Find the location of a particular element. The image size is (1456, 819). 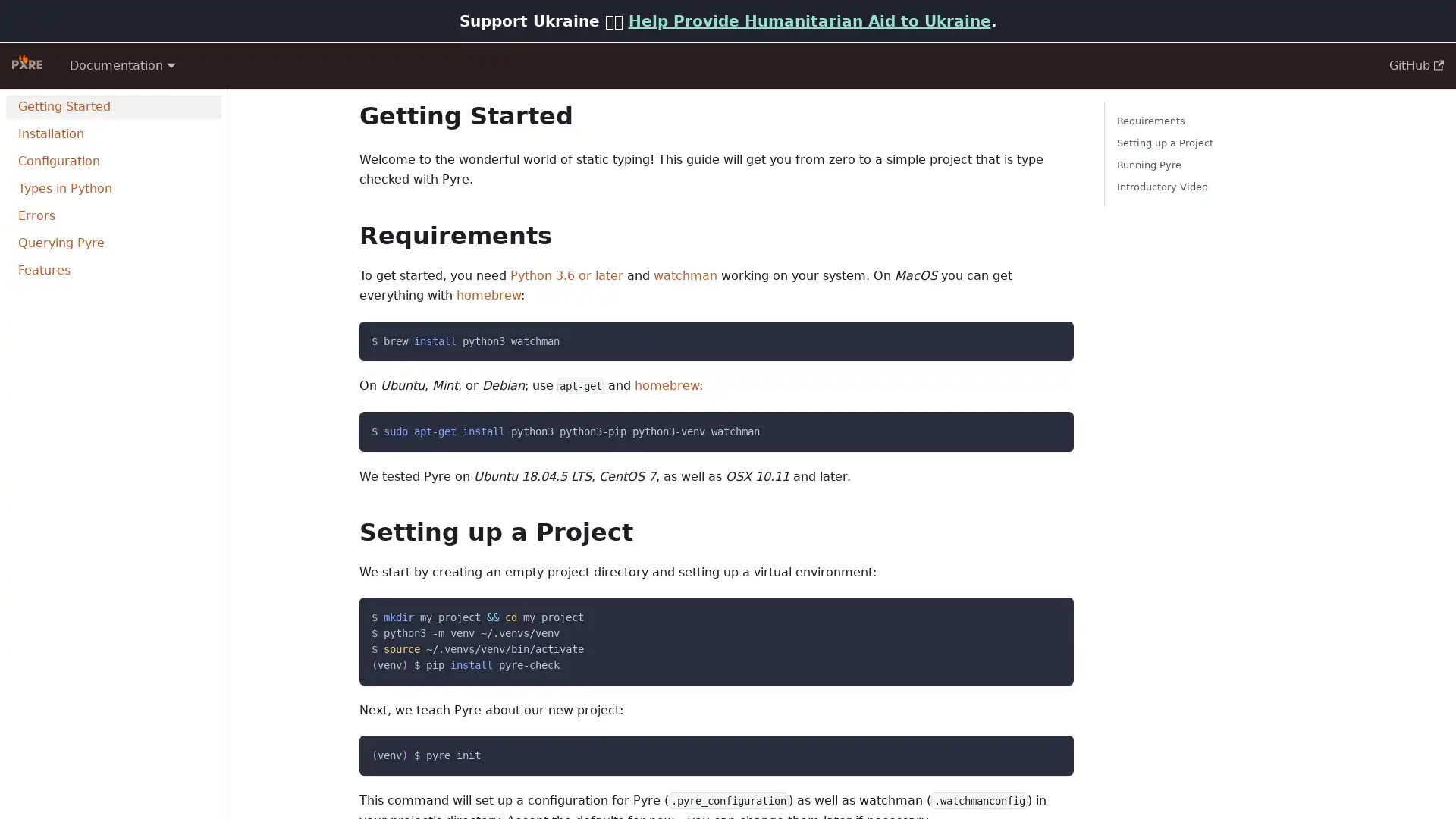

Copy code to clipboard is located at coordinates (1048, 427).